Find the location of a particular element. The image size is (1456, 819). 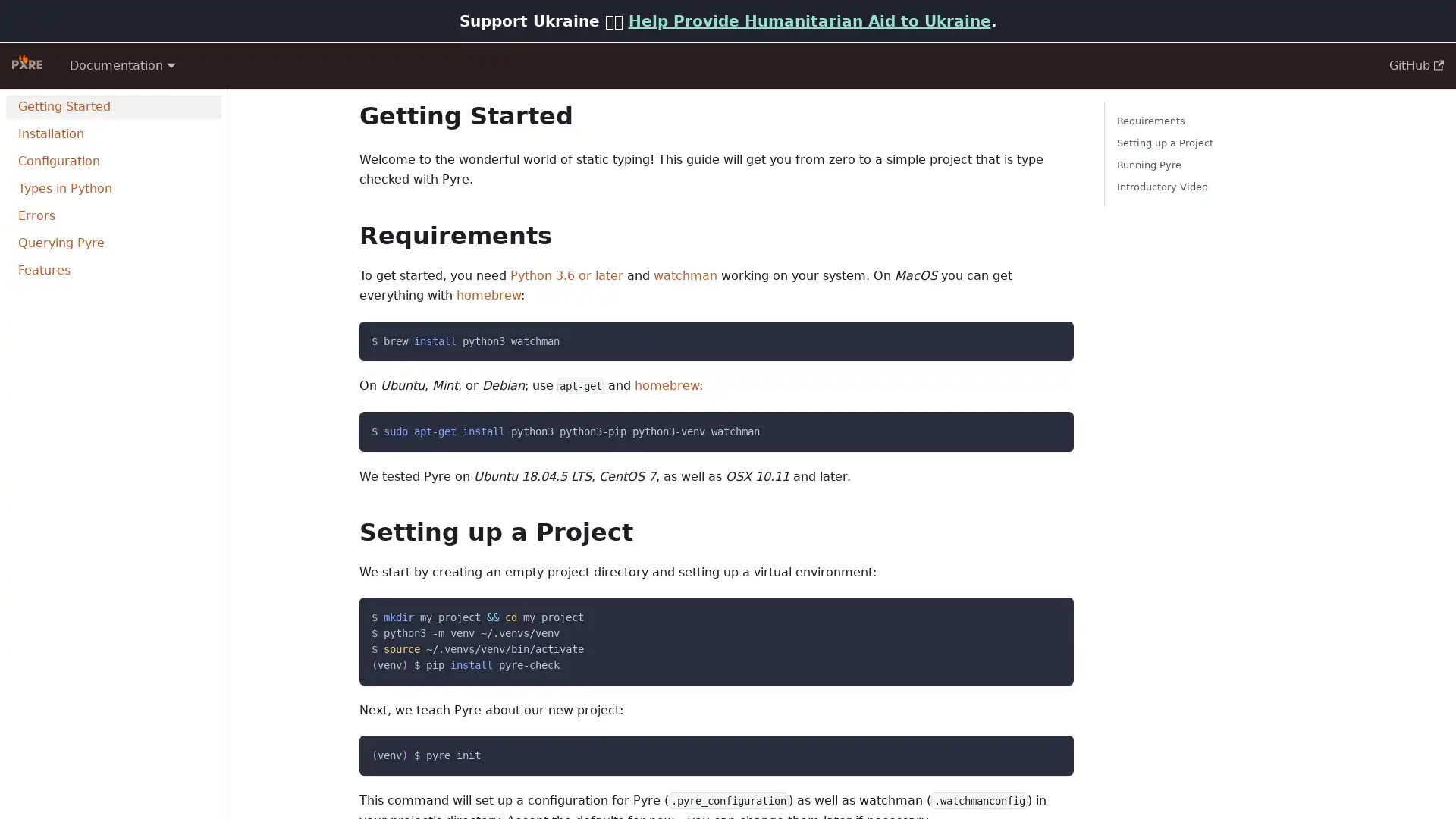

Copy code to clipboard is located at coordinates (1048, 427).